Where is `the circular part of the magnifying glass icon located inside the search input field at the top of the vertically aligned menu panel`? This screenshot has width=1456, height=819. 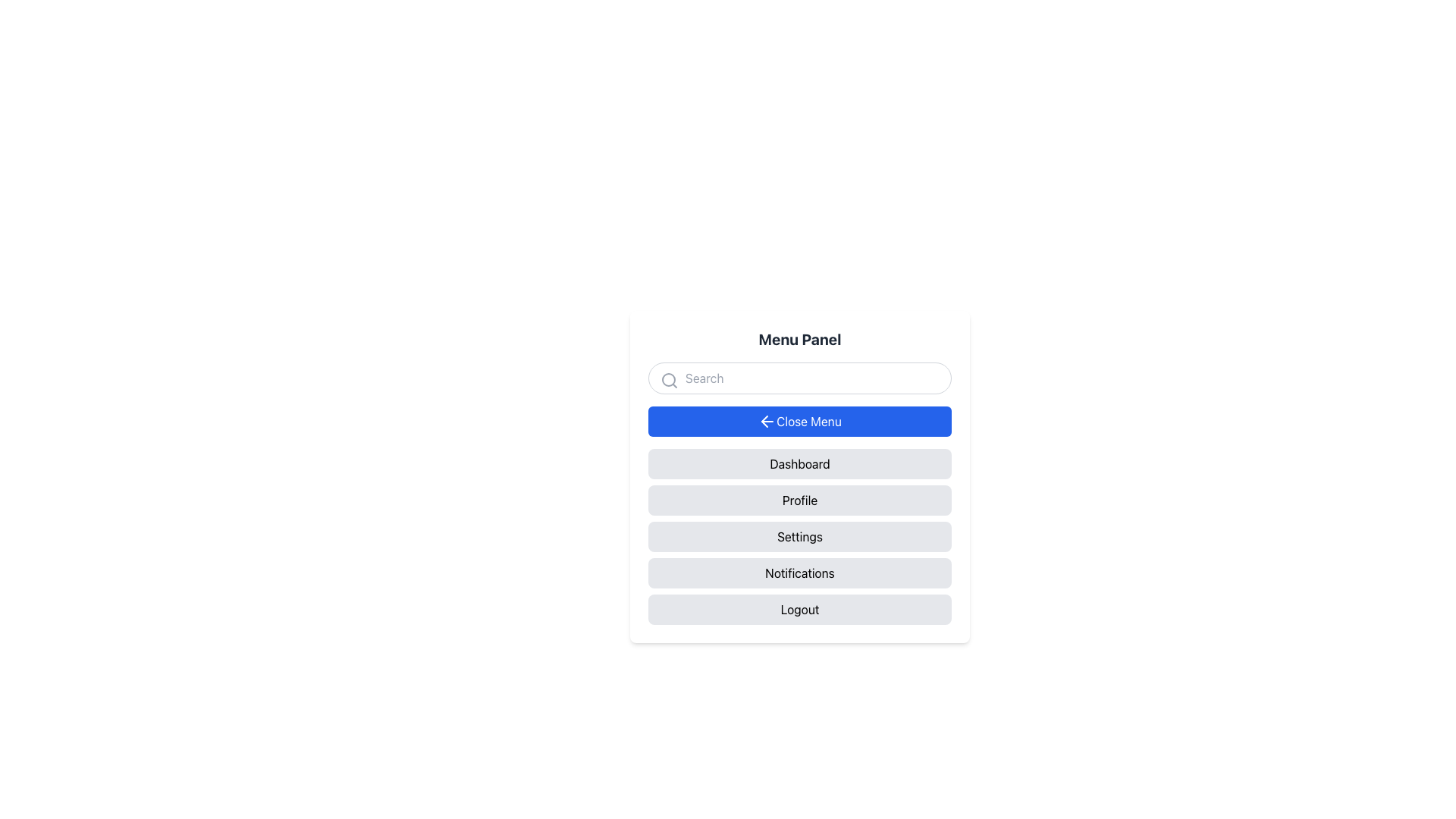
the circular part of the magnifying glass icon located inside the search input field at the top of the vertically aligned menu panel is located at coordinates (668, 379).